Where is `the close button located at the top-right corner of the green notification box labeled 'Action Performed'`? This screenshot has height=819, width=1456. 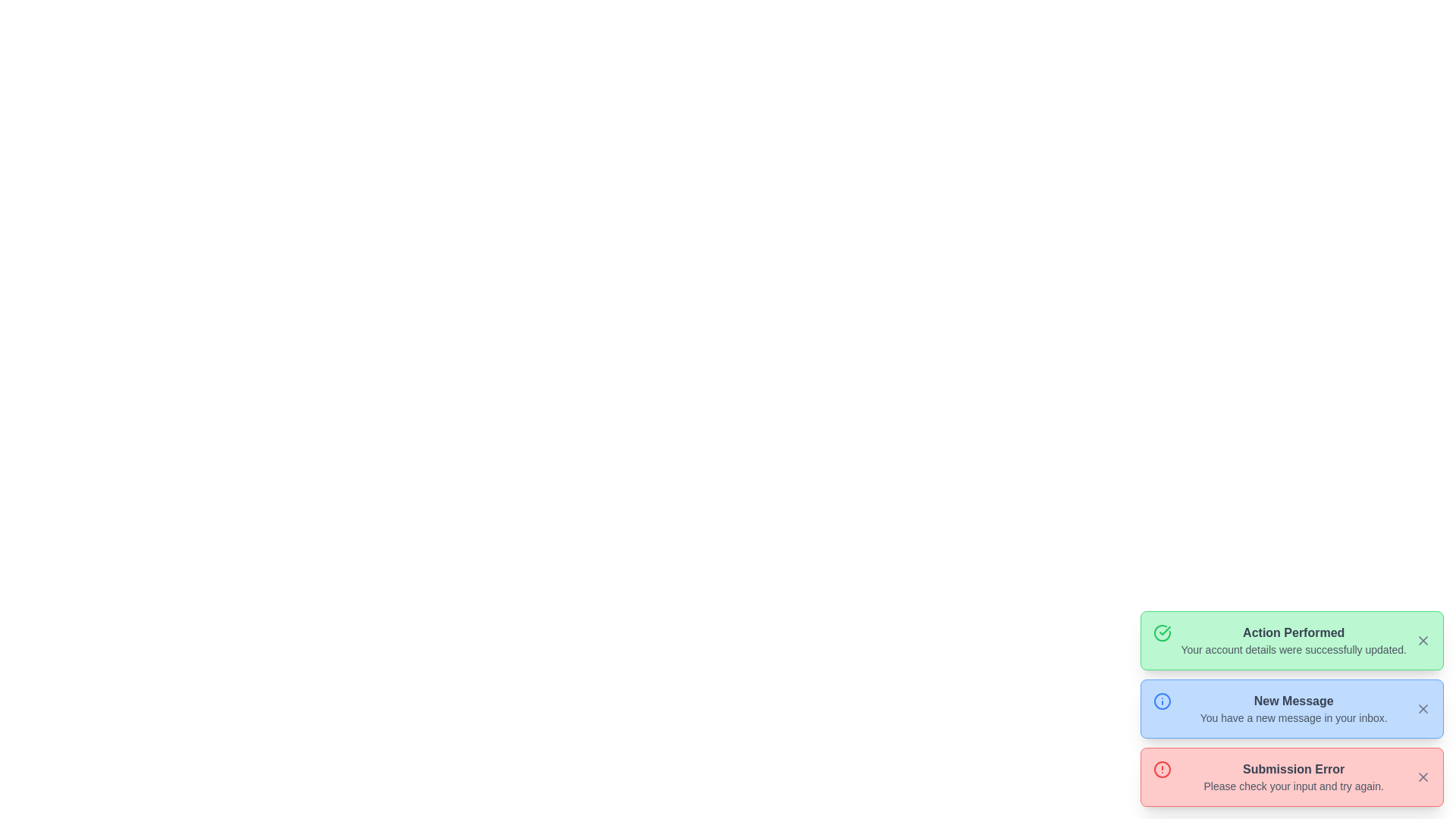
the close button located at the top-right corner of the green notification box labeled 'Action Performed' is located at coordinates (1422, 640).